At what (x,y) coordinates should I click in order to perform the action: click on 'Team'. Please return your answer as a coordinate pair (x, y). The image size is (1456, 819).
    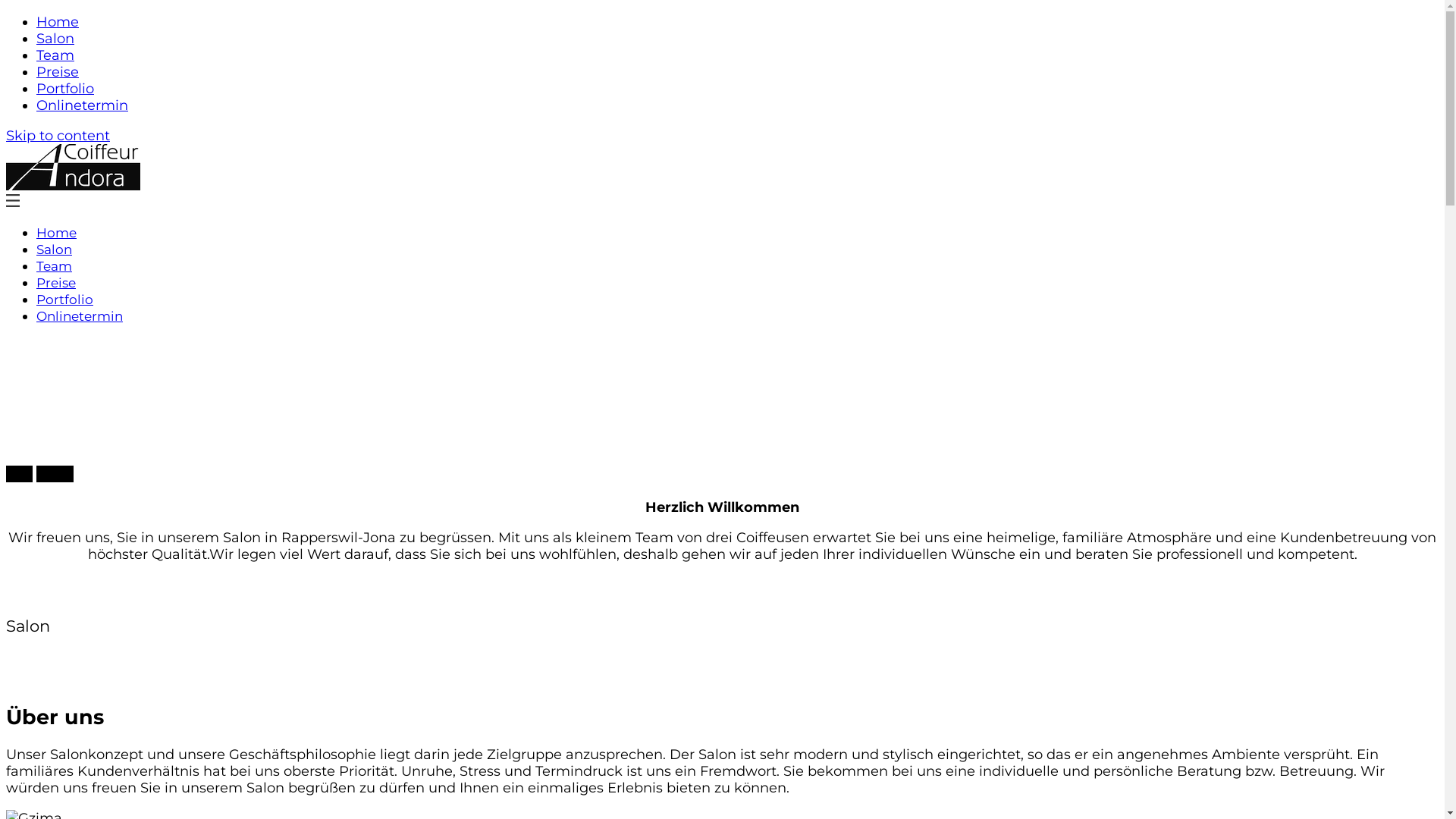
    Looking at the image, I should click on (54, 265).